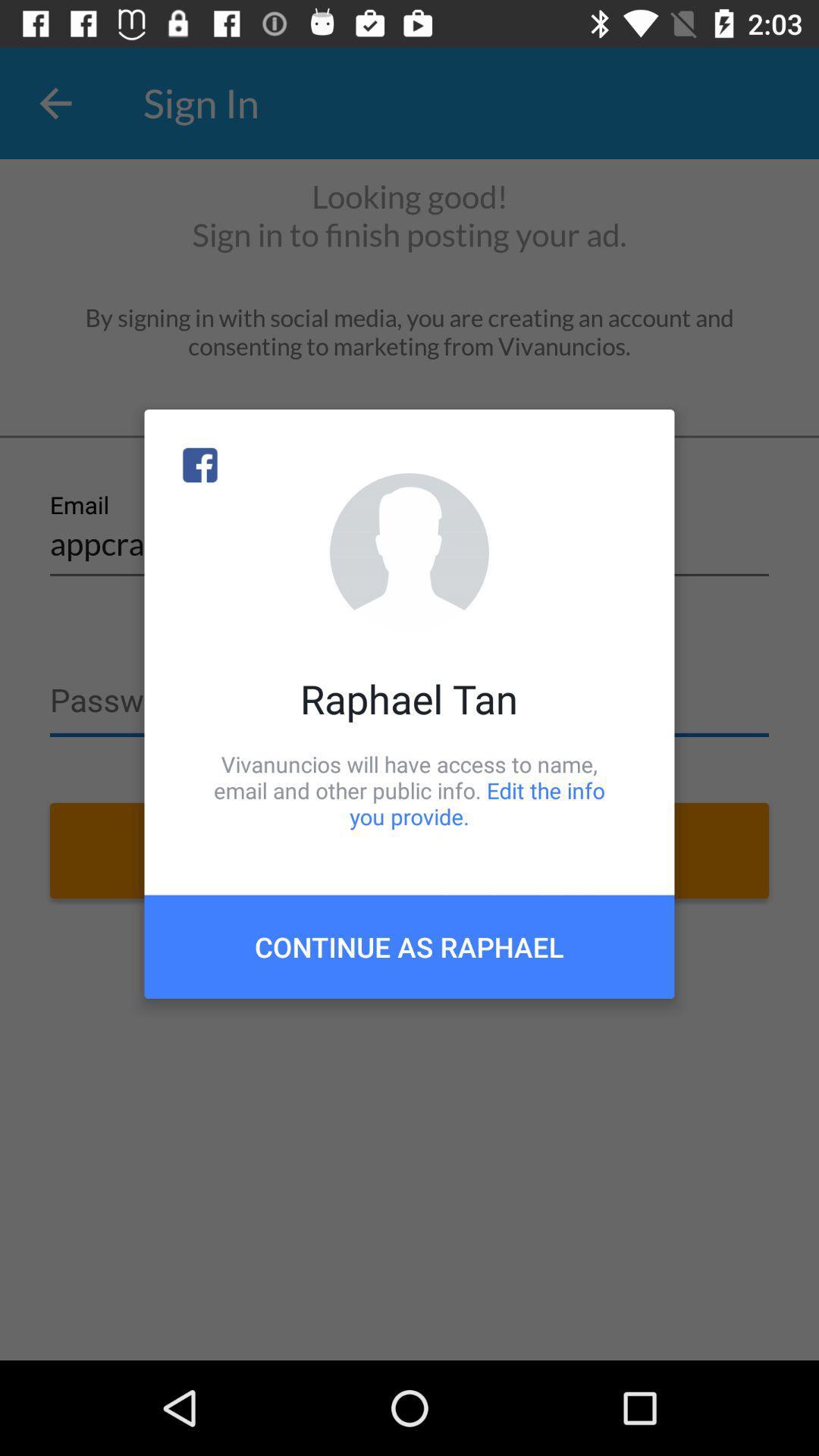  What do you see at coordinates (409, 946) in the screenshot?
I see `item below vivanuncios will have` at bounding box center [409, 946].